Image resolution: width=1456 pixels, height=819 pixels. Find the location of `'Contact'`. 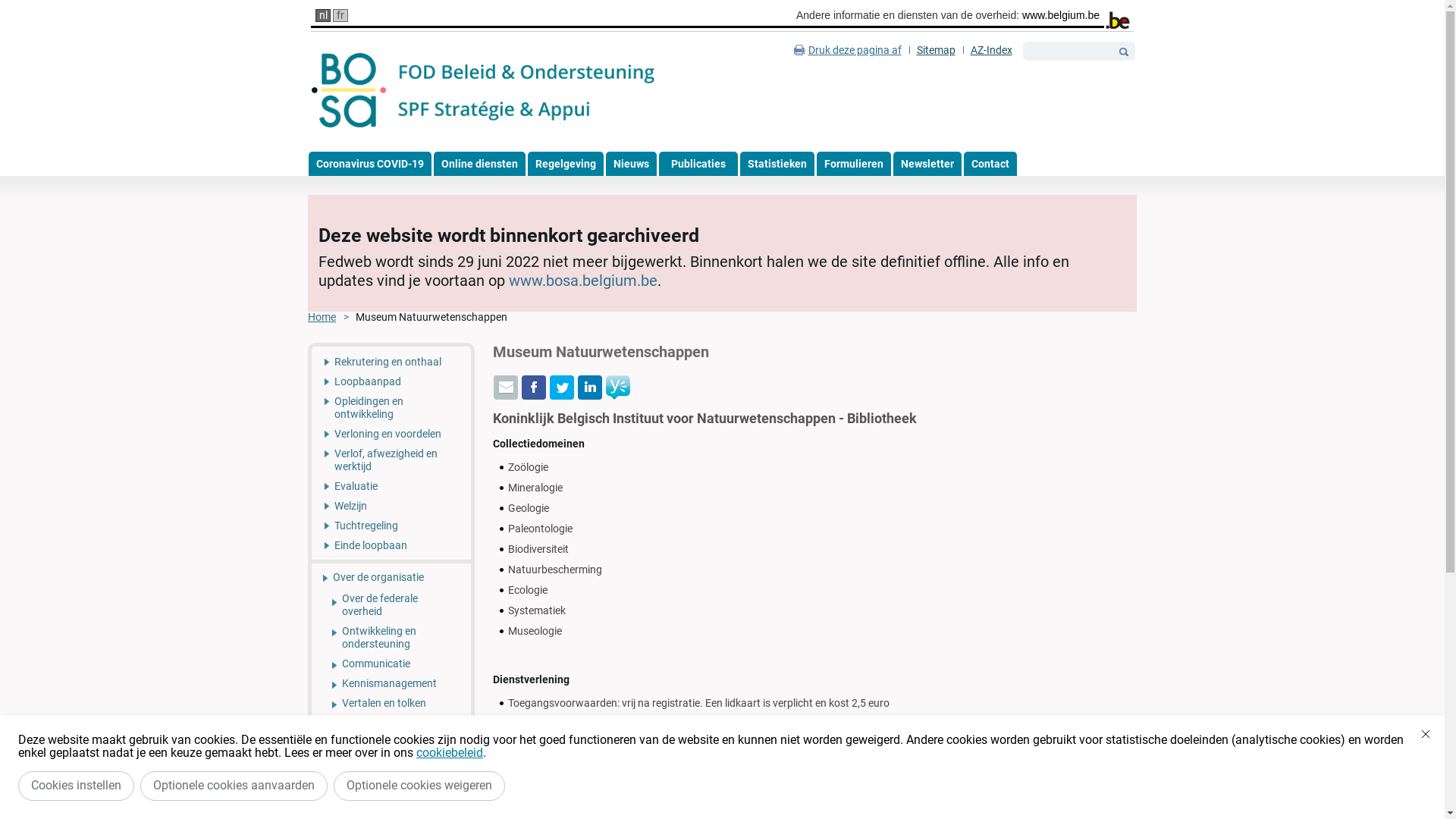

'Contact' is located at coordinates (990, 164).